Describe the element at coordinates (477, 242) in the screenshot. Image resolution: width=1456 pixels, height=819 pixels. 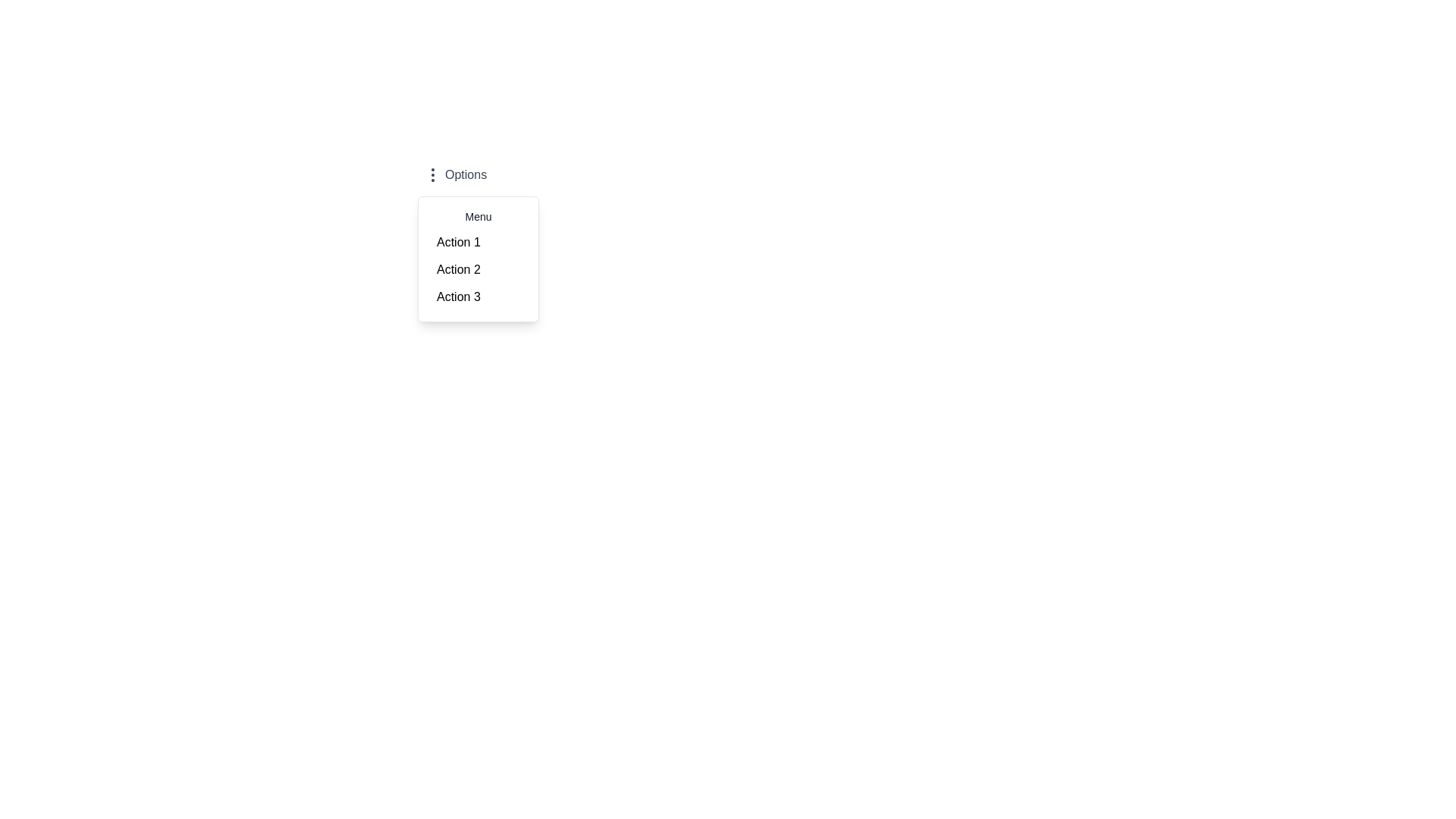
I see `the 'Action 1' button located at the top of the menu dropdown` at that location.